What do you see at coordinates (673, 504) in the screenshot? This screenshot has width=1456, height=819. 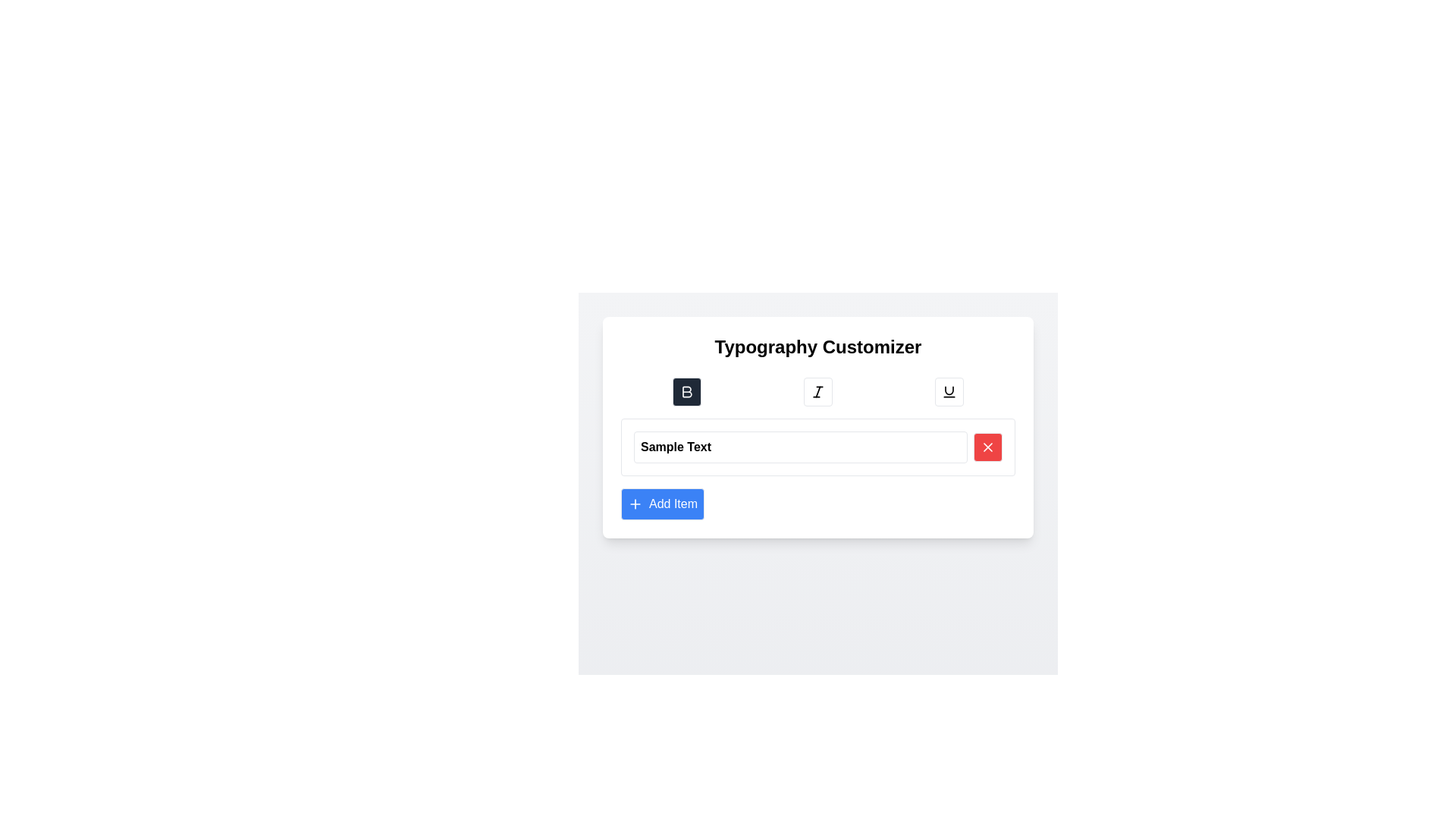 I see `the 'Add Item' button, which contains the static text on a blue background, by clicking on its center point` at bounding box center [673, 504].